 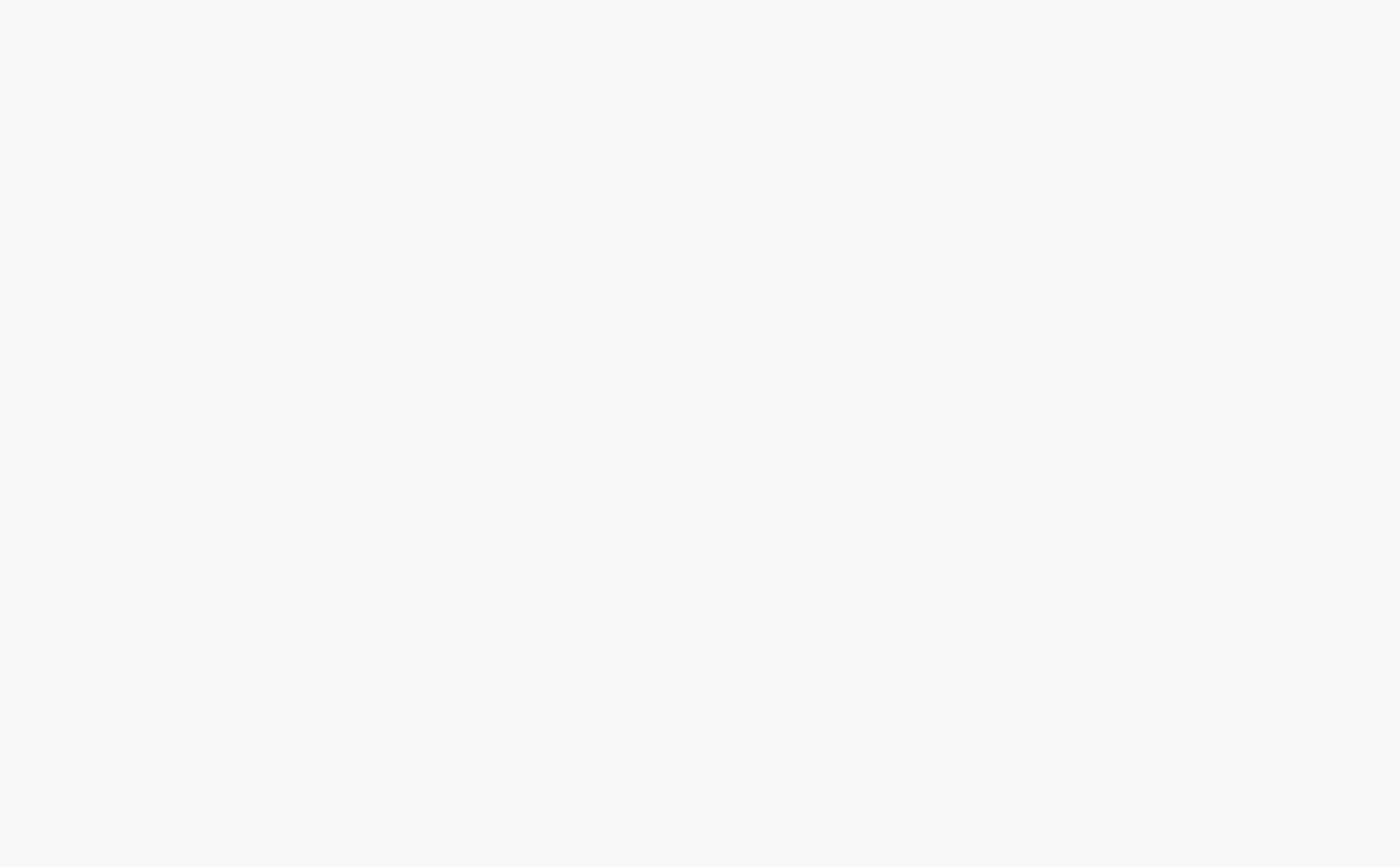 I want to click on 'New Year's BookBub Run - #bookfest #booksale  #newauthors #newbooks #newreads #giveaway', so click(x=1052, y=396).